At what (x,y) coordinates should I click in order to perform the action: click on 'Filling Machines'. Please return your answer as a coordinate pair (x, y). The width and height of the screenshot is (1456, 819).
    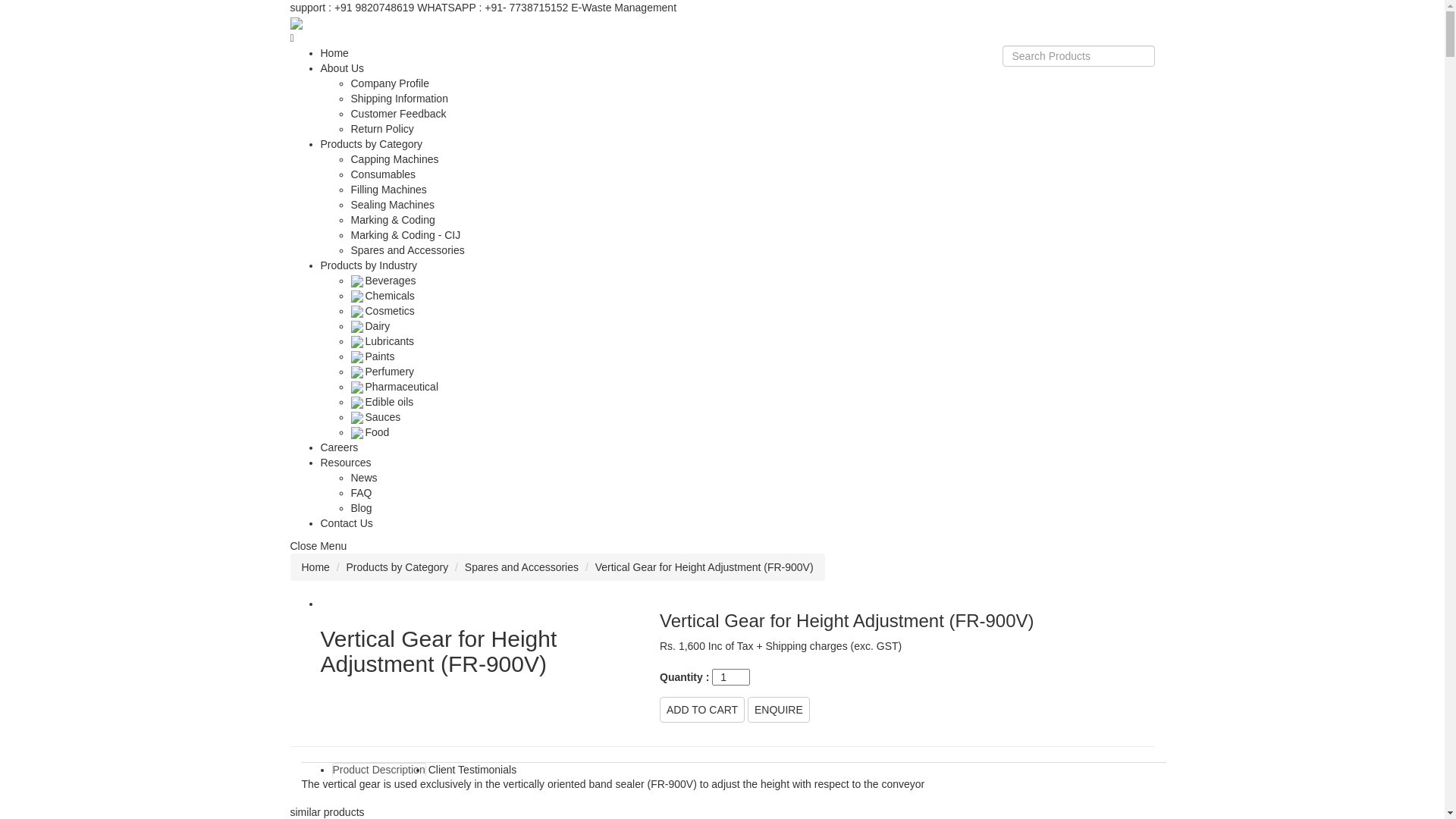
    Looking at the image, I should click on (349, 189).